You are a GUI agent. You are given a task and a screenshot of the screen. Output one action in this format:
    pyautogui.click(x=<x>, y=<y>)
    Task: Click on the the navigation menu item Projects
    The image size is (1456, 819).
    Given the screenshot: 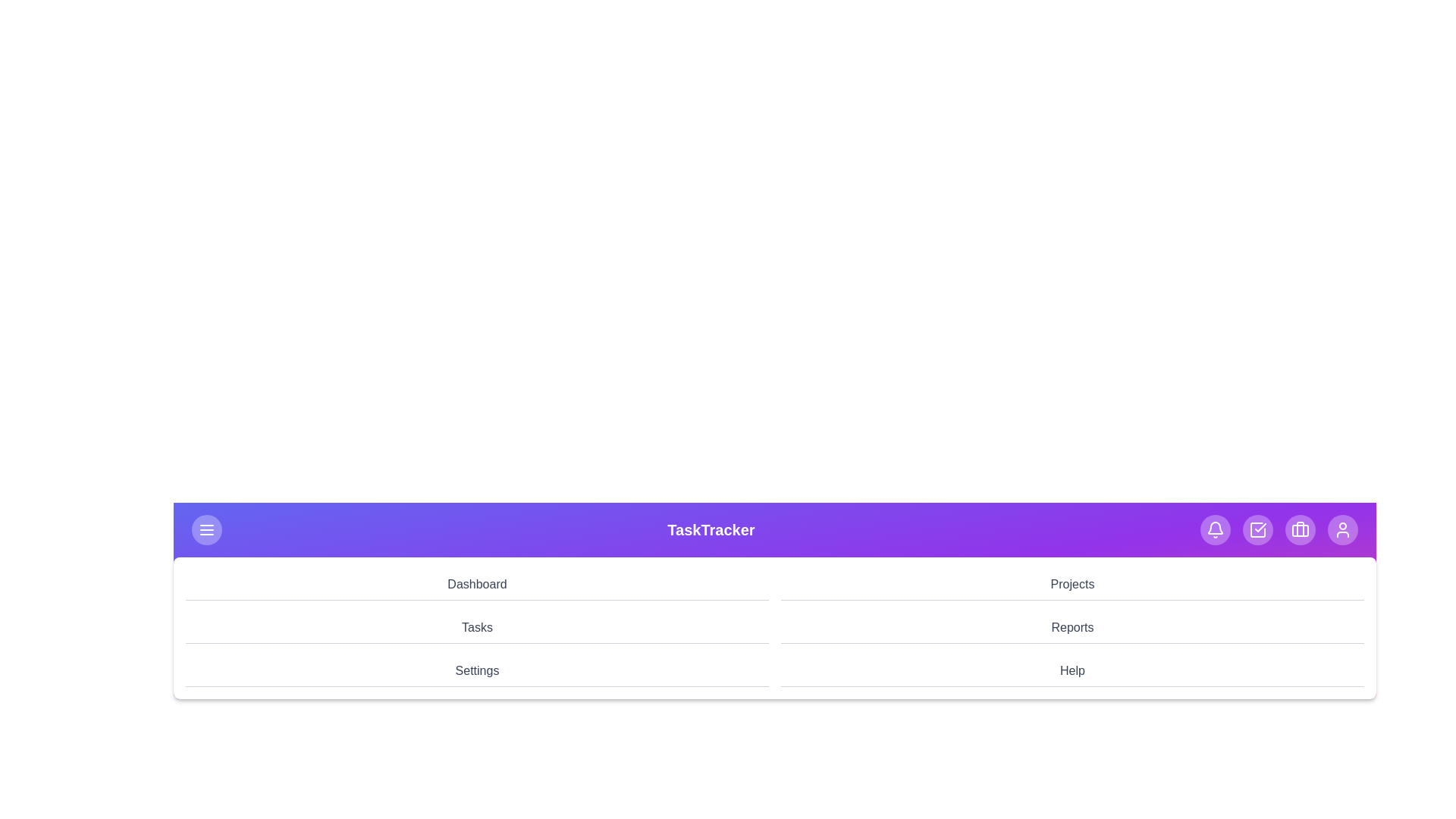 What is the action you would take?
    pyautogui.click(x=1072, y=584)
    